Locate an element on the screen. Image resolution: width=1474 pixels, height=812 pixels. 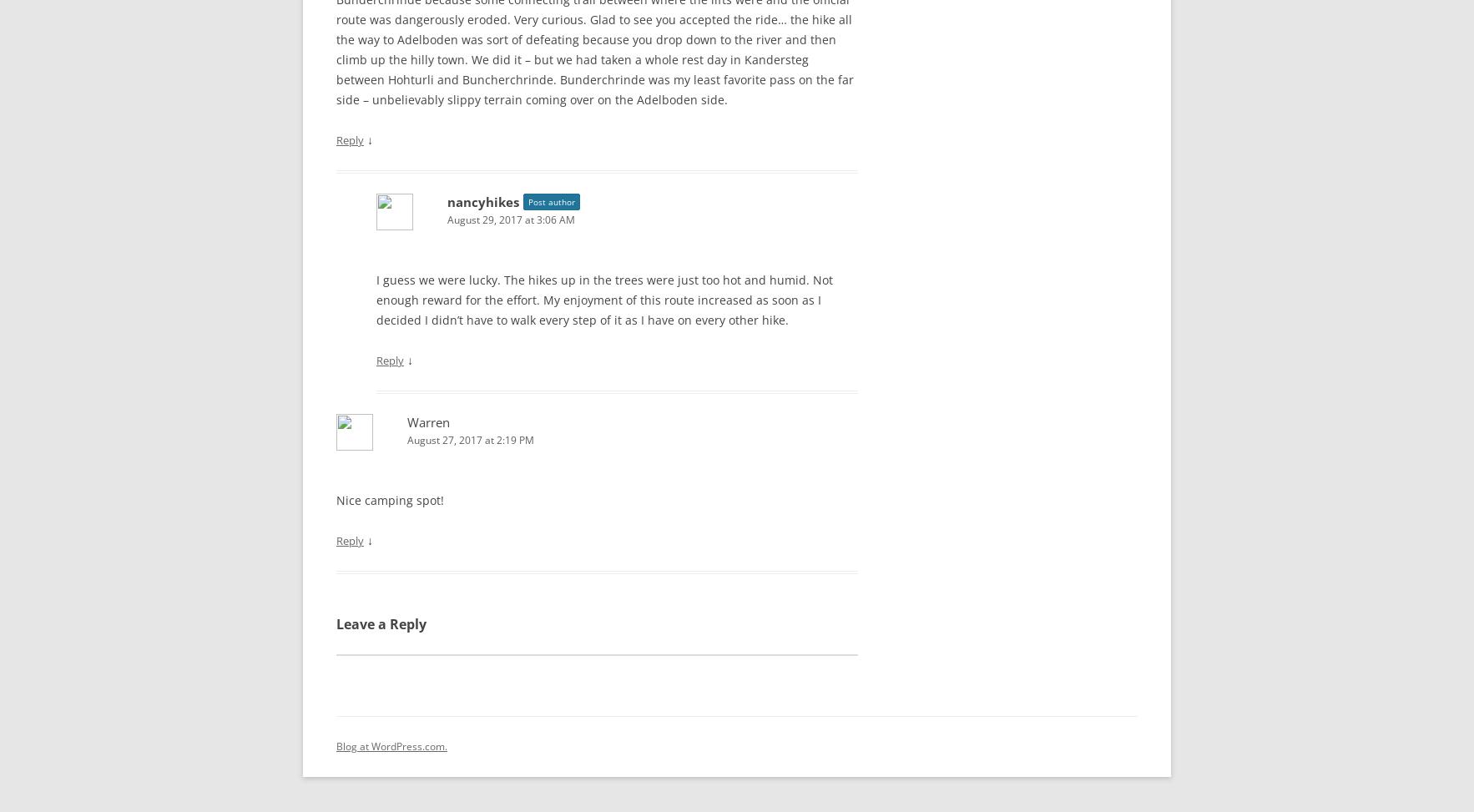
'Post author' is located at coordinates (552, 197).